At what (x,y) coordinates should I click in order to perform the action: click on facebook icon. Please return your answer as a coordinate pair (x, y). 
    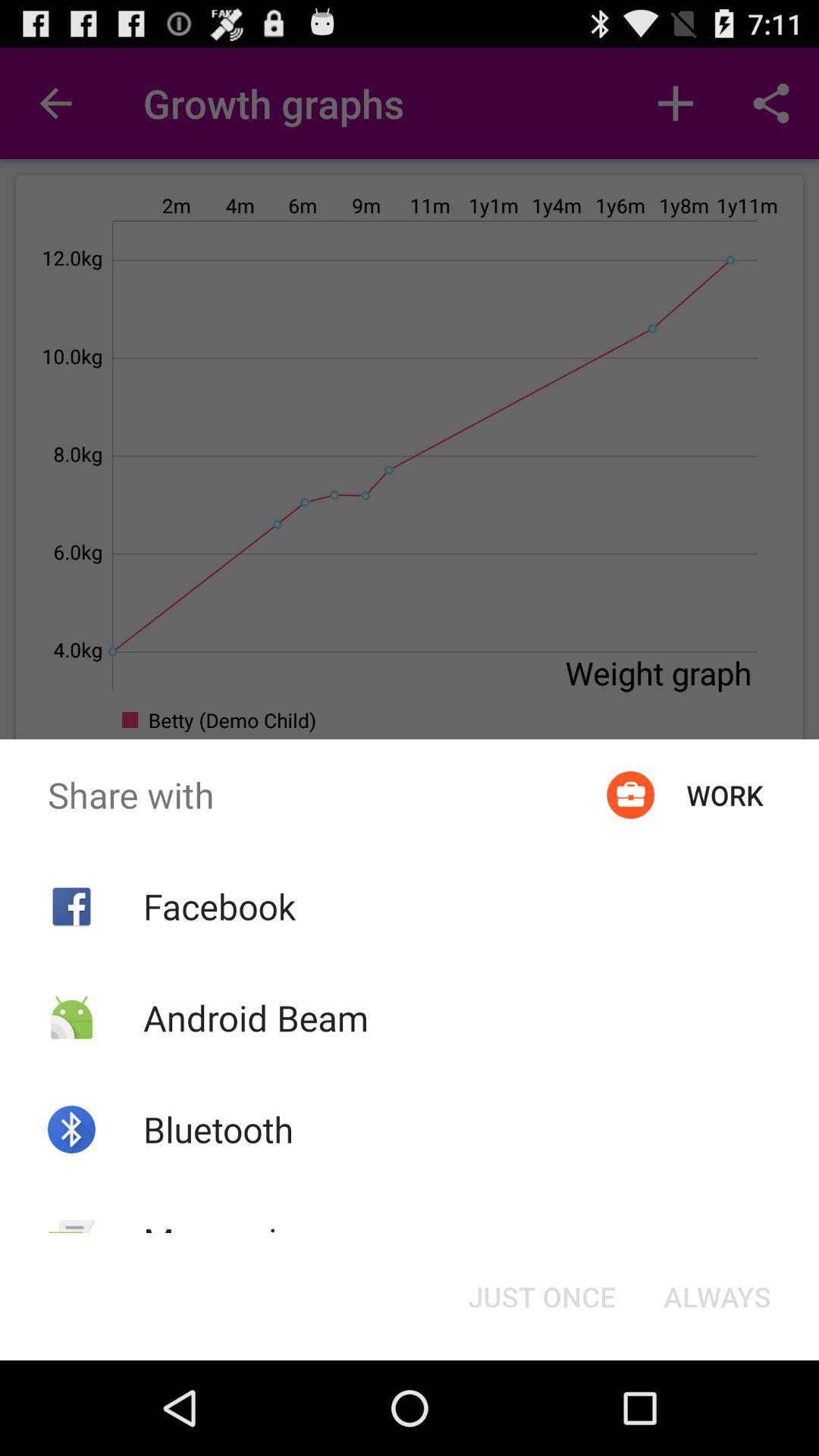
    Looking at the image, I should click on (219, 906).